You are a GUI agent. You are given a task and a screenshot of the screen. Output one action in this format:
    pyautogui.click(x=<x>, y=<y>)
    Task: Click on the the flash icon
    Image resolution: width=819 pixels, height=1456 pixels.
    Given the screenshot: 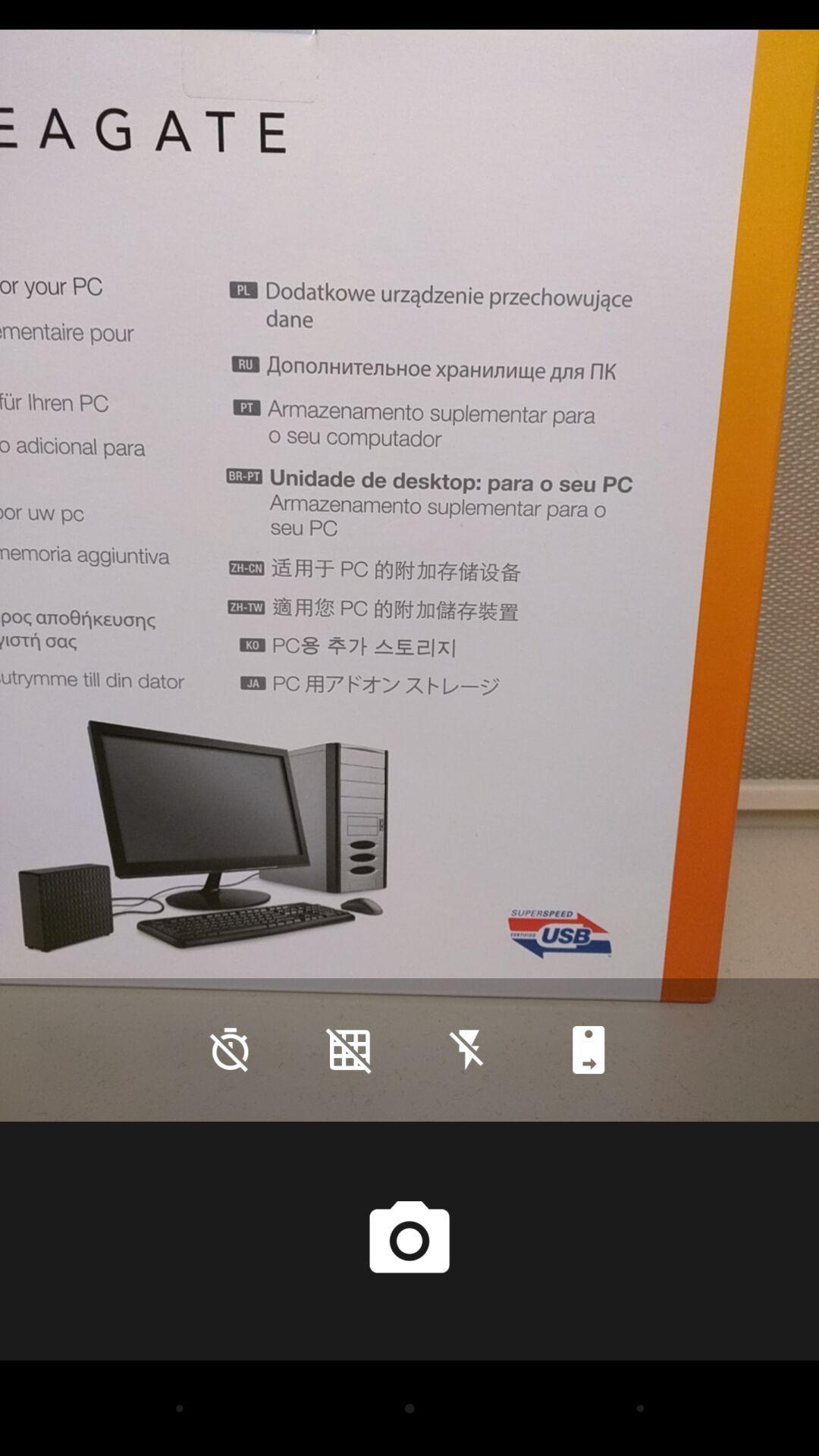 What is the action you would take?
    pyautogui.click(x=468, y=1049)
    